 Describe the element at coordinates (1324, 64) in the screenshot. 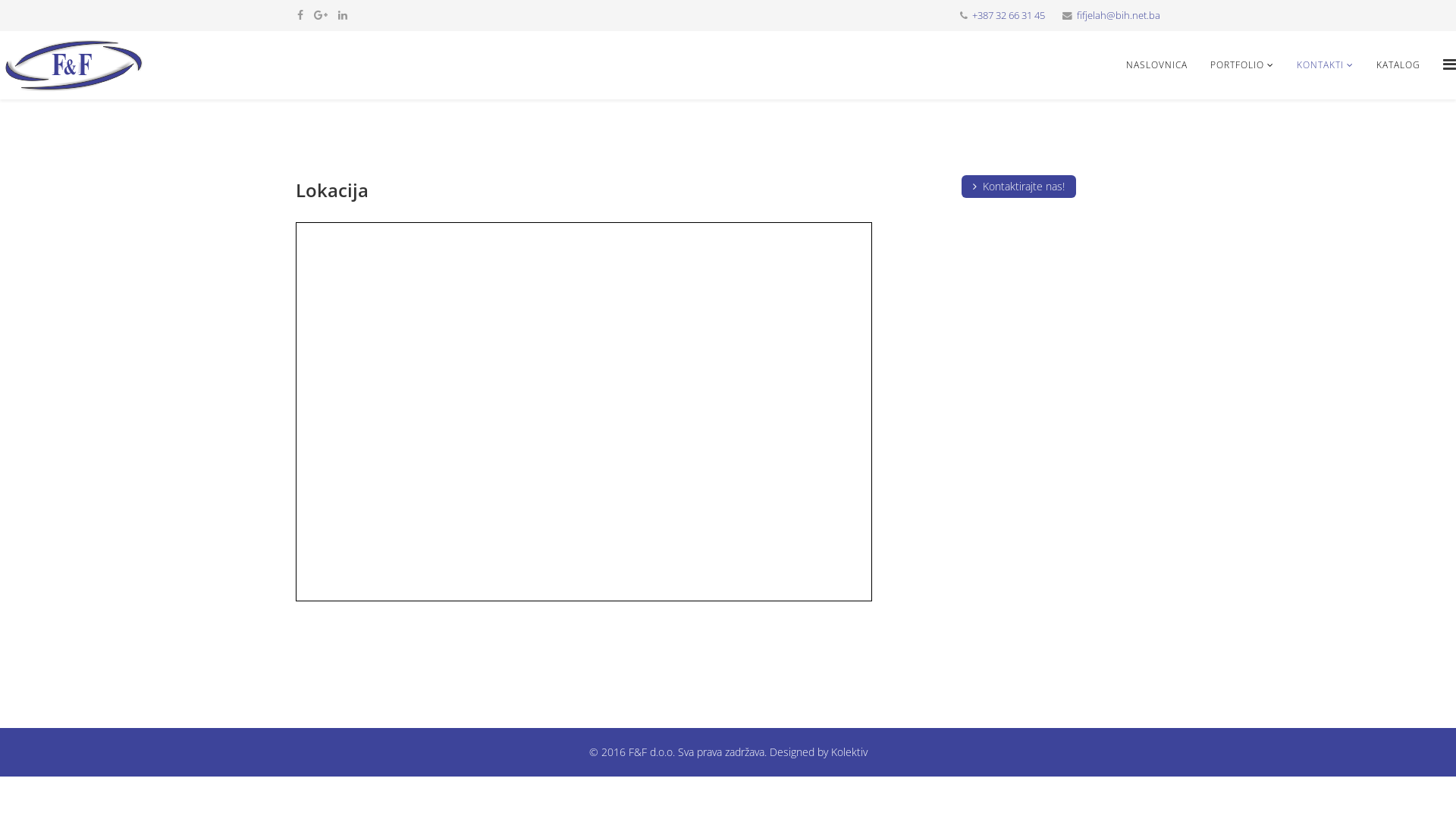

I see `'KONTAKTI'` at that location.